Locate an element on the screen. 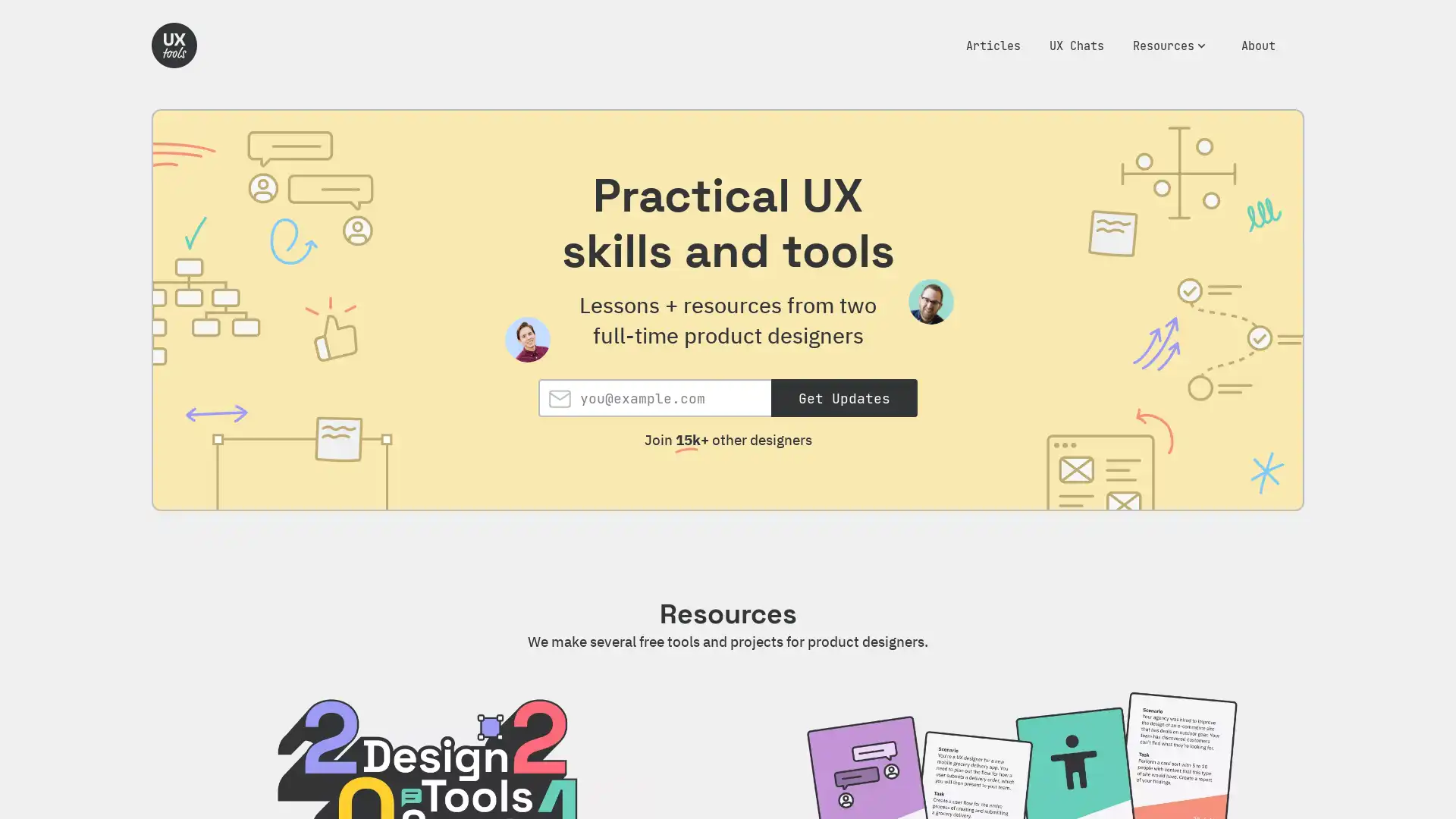  Get Updates is located at coordinates (843, 397).